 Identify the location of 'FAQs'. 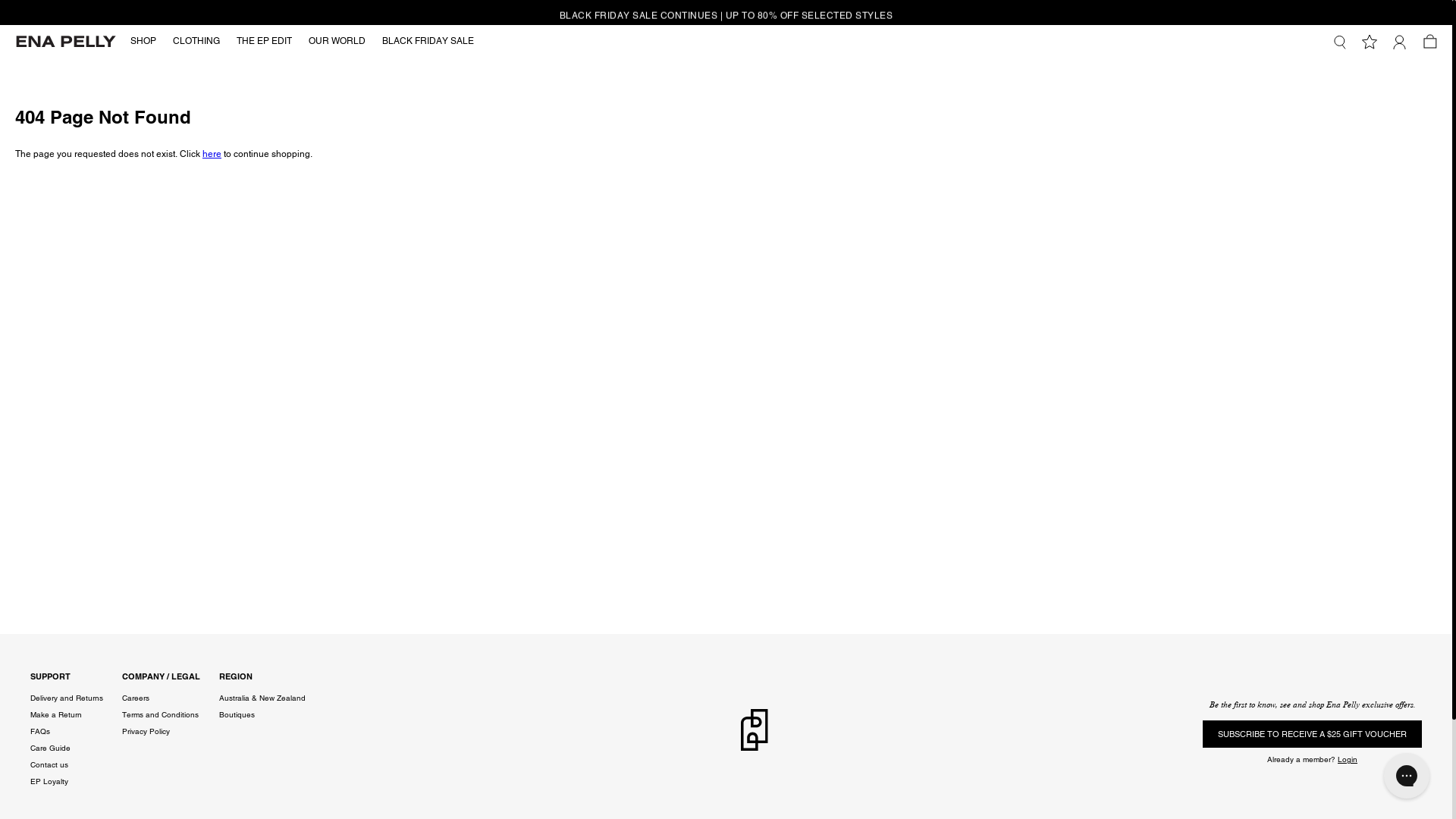
(30, 730).